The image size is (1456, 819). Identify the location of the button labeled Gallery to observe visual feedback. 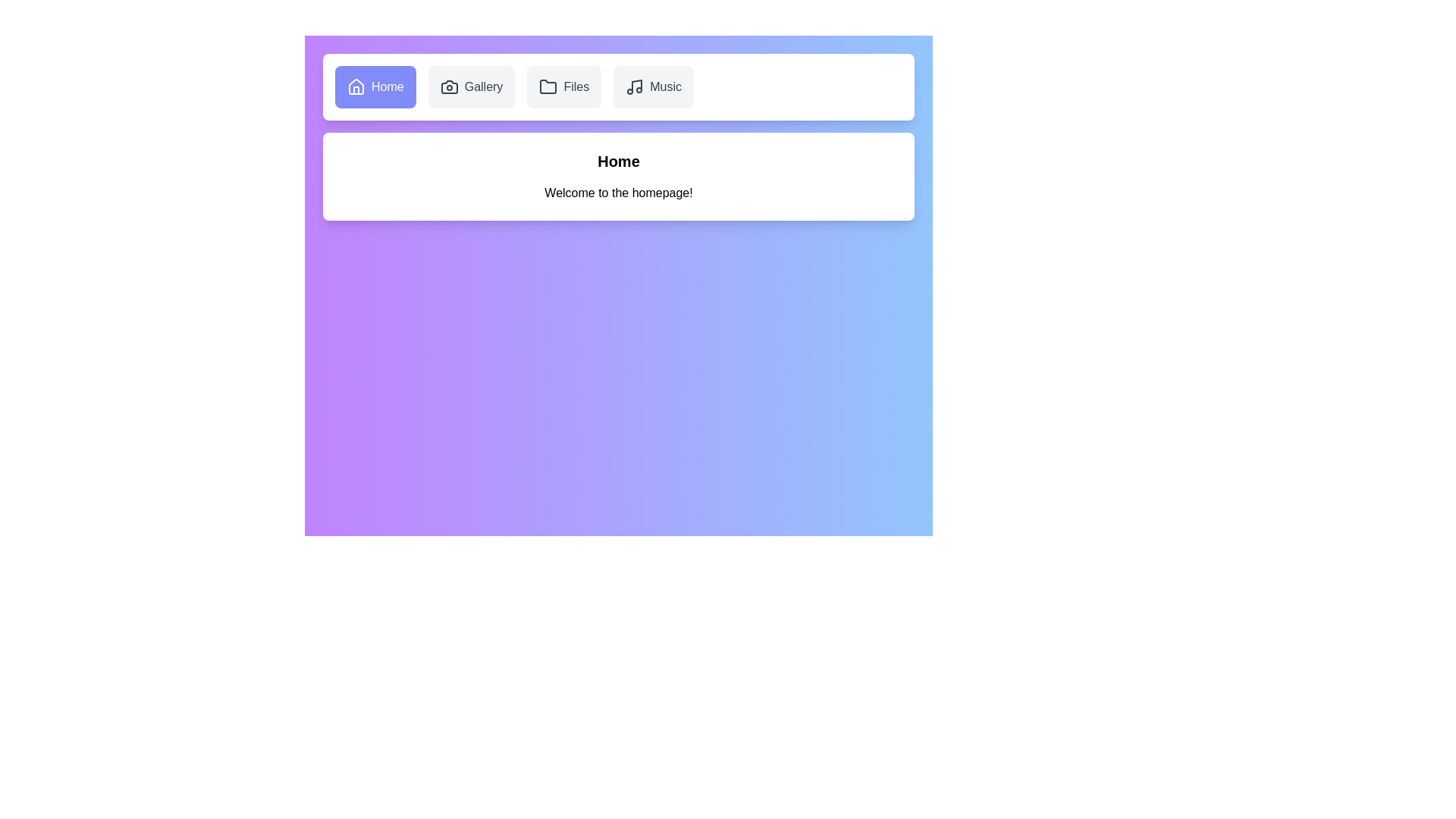
(471, 87).